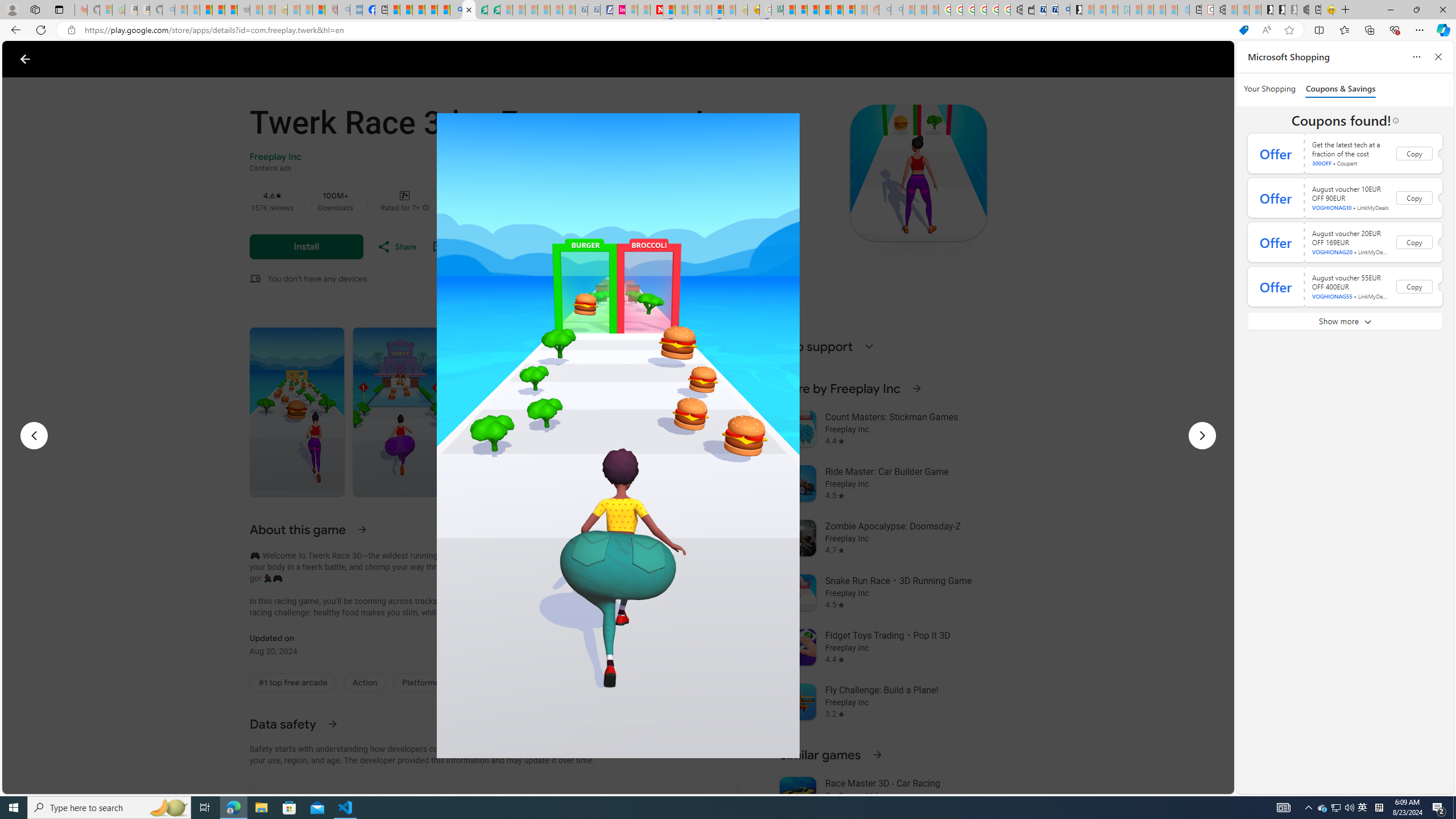 The width and height of the screenshot is (1456, 819). I want to click on 'Terms of Use Agreement', so click(481, 9).